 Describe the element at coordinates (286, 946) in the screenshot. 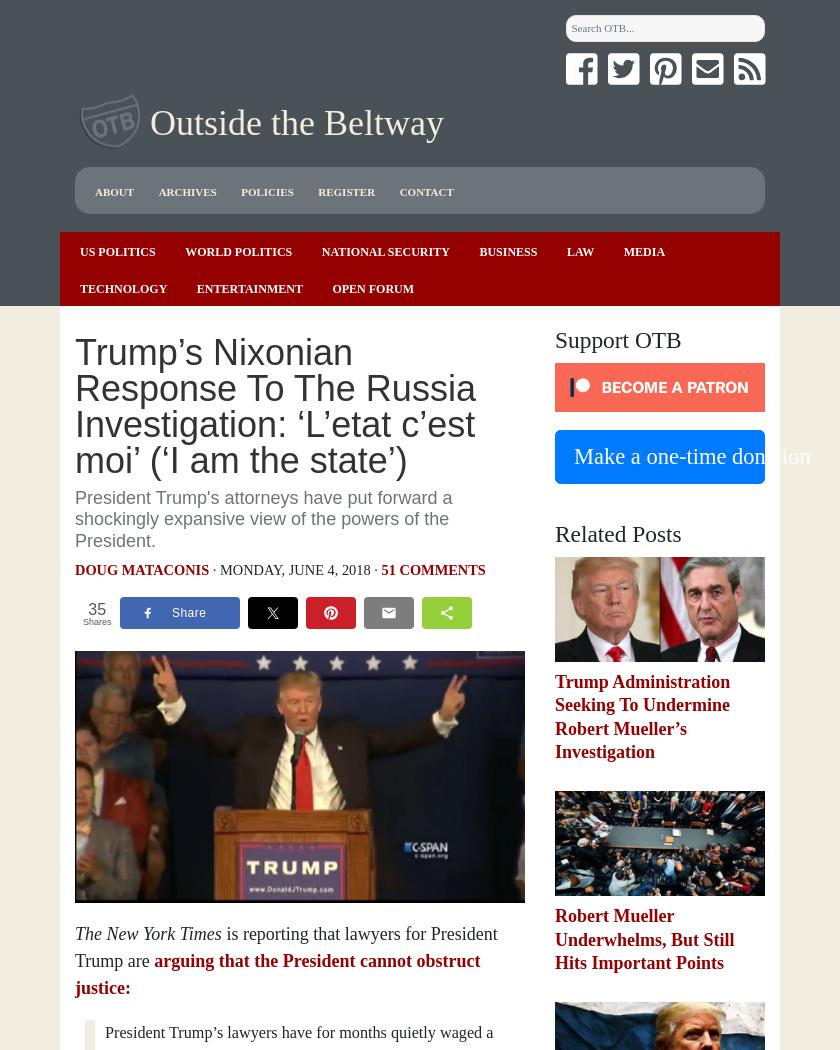

I see `'is reporting that lawyers for President Trump are'` at that location.